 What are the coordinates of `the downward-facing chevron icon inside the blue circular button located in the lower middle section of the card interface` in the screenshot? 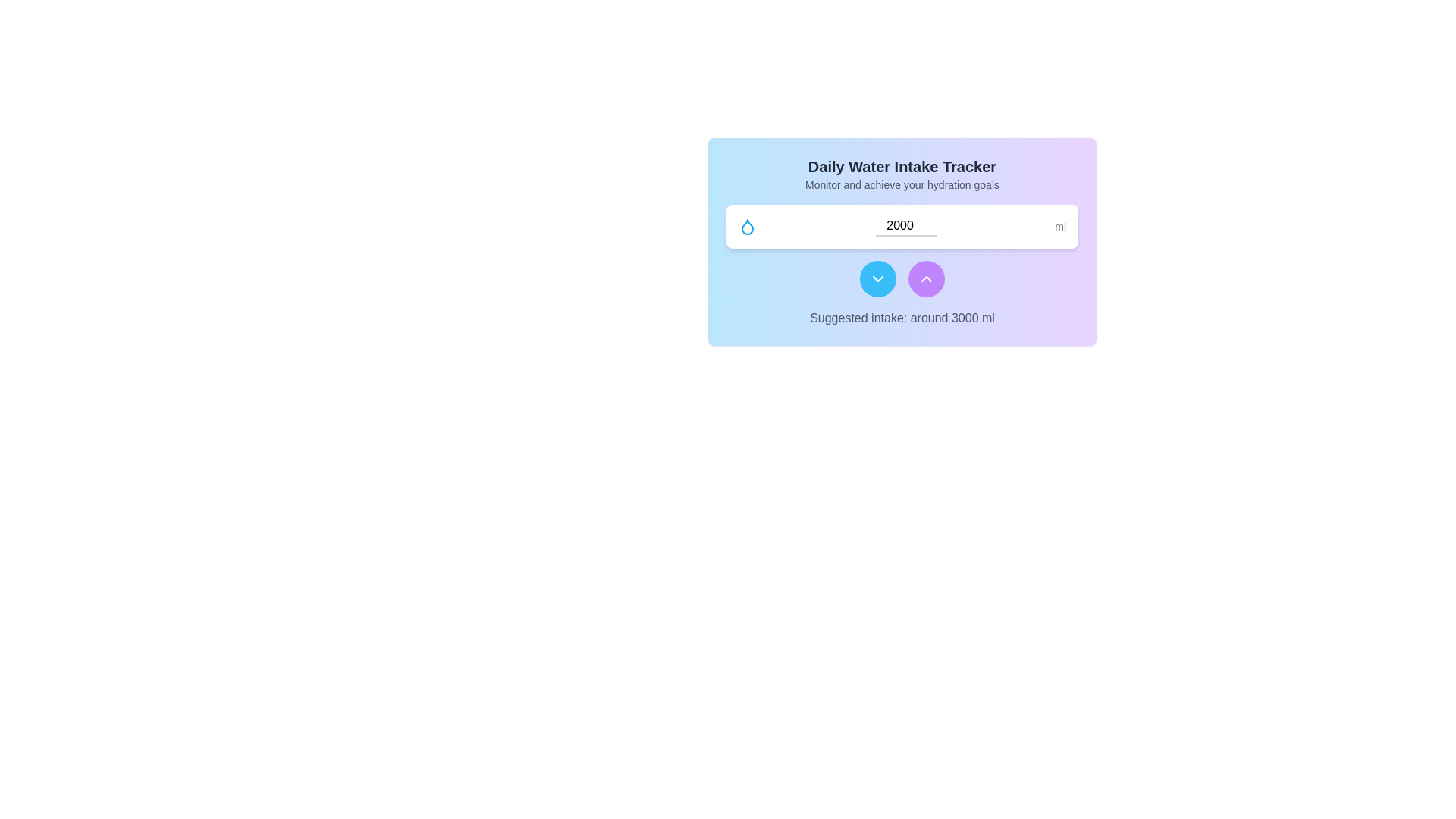 It's located at (877, 278).